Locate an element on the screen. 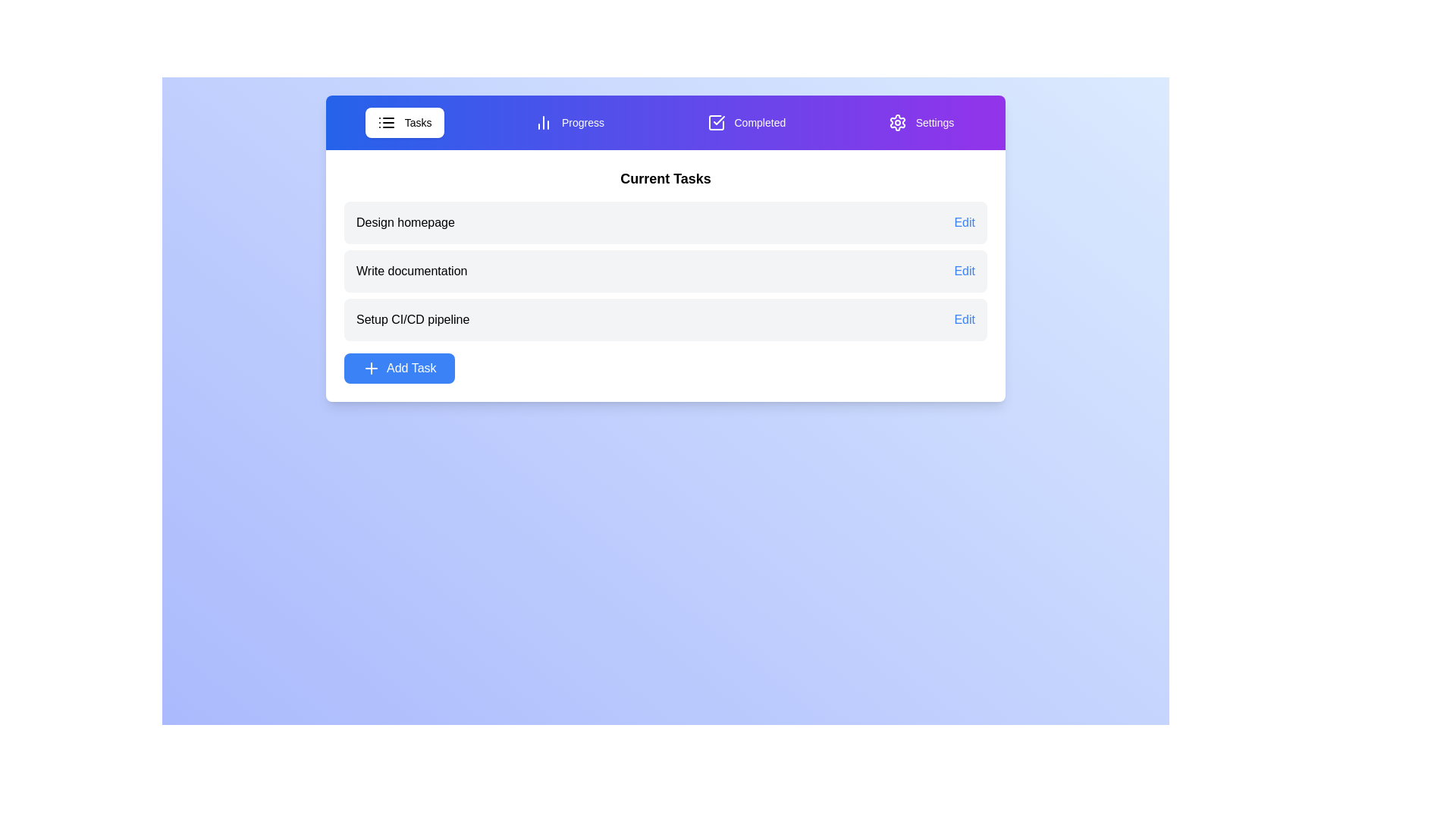 Image resolution: width=1456 pixels, height=819 pixels. the blue text link labeled 'Edit' located on the right side of the task row titled 'Write documentation' is located at coordinates (964, 271).